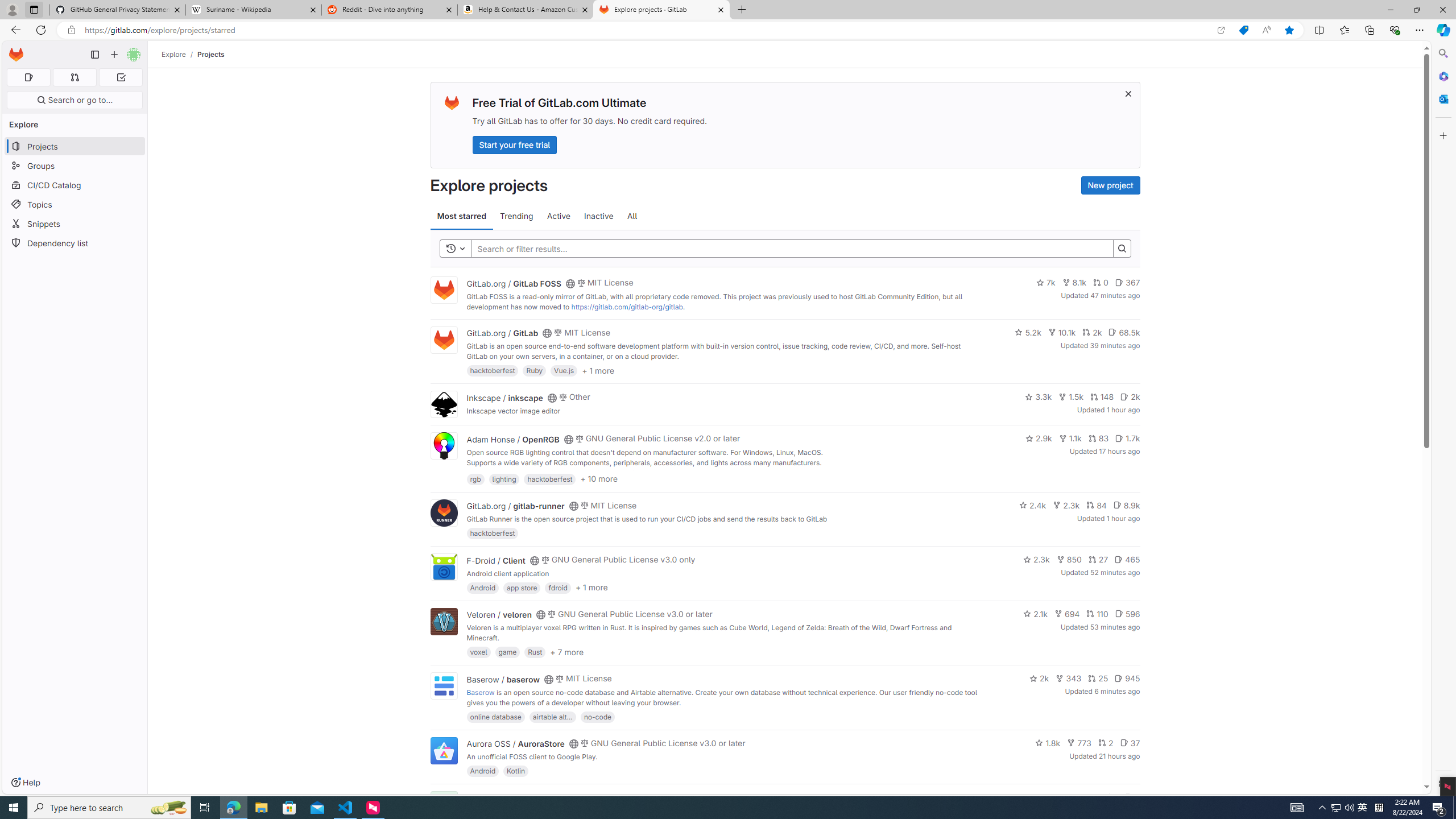 The image size is (1456, 819). I want to click on 'New project', so click(1110, 185).